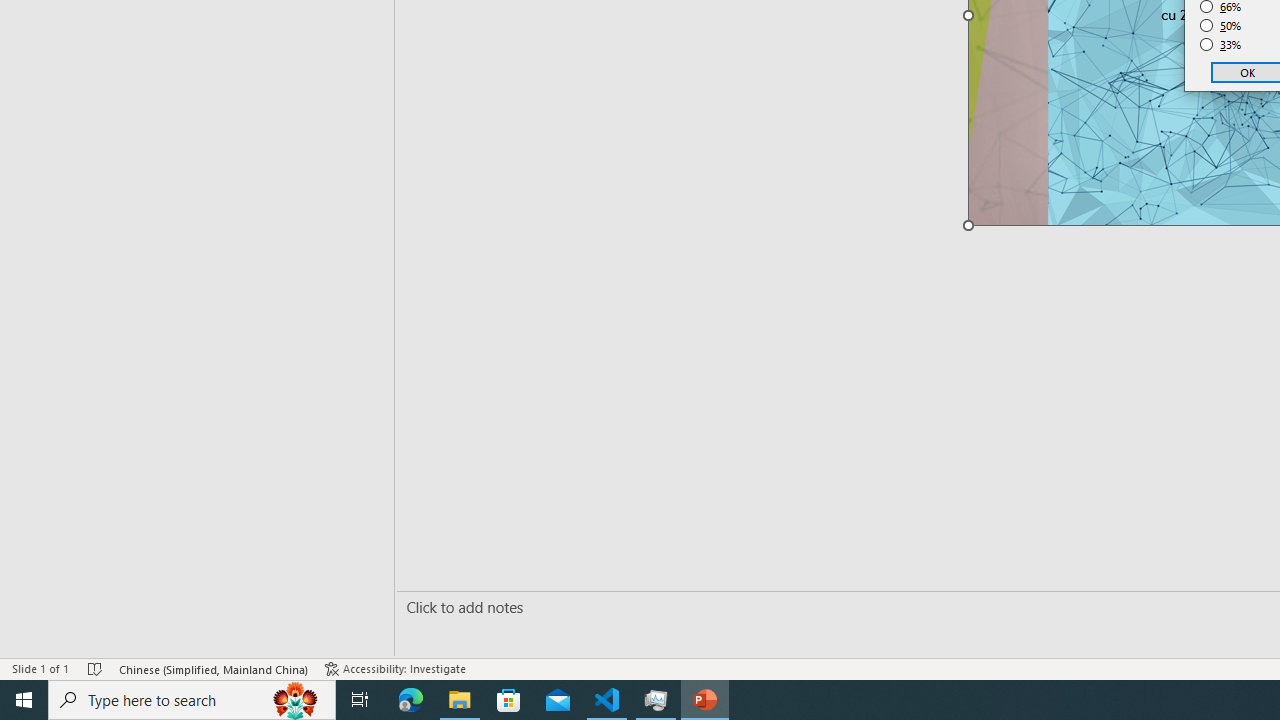 This screenshot has height=720, width=1280. Describe the element at coordinates (95, 669) in the screenshot. I see `'Spell Check No Errors'` at that location.